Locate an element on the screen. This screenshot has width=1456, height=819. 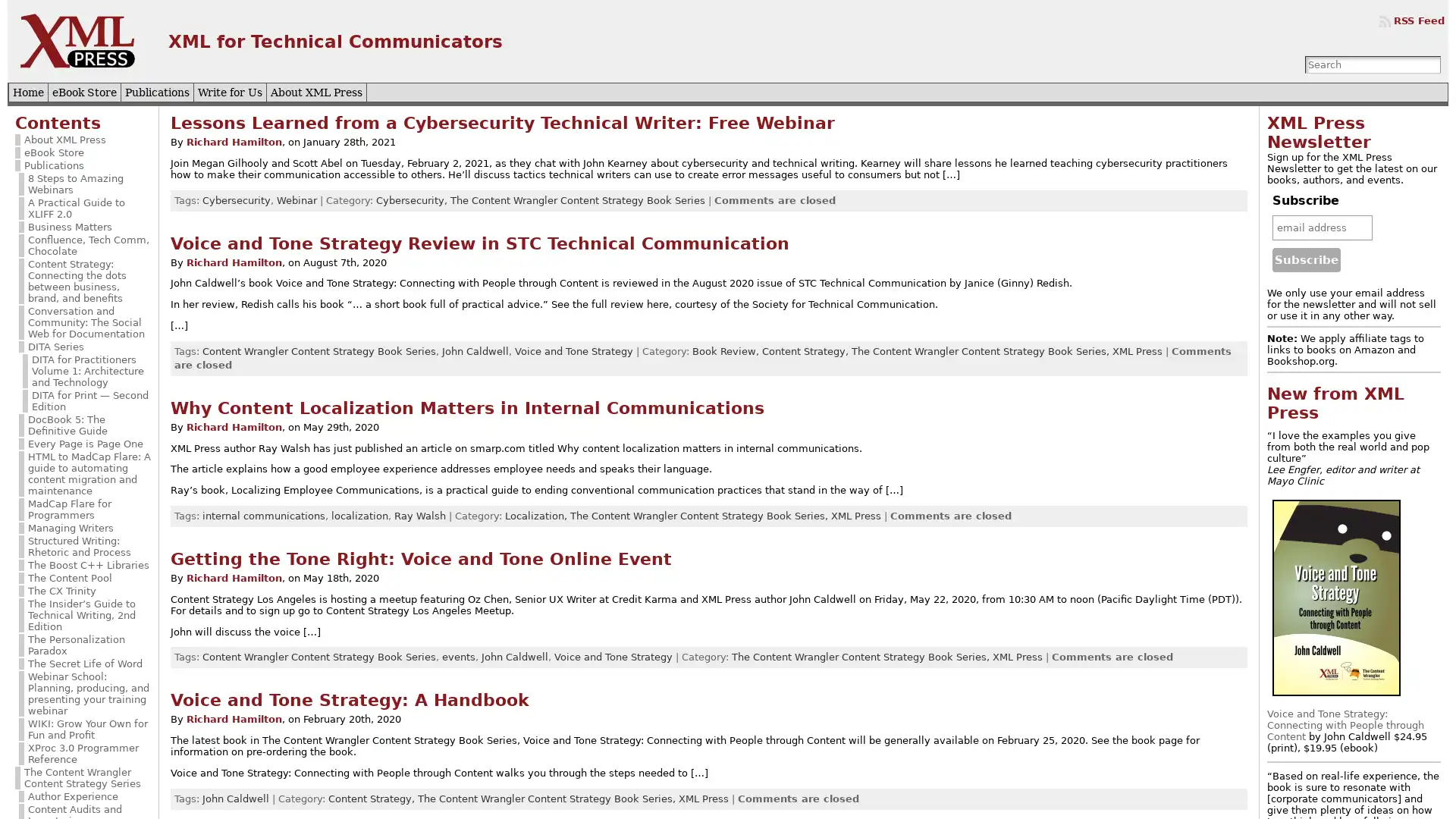
Subscribe is located at coordinates (1306, 259).